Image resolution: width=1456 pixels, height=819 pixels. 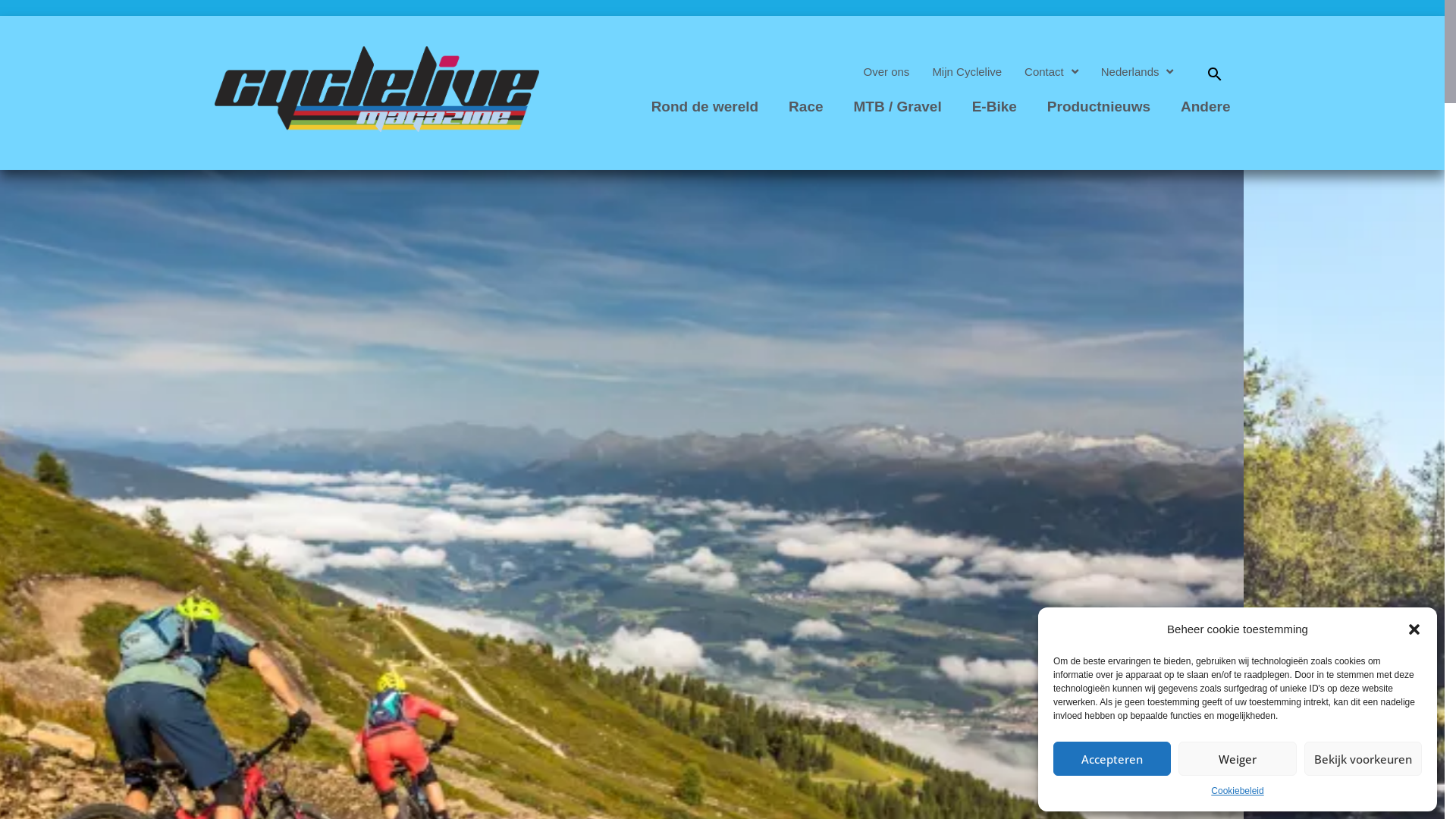 I want to click on 'Cookiebeleid', so click(x=1237, y=791).